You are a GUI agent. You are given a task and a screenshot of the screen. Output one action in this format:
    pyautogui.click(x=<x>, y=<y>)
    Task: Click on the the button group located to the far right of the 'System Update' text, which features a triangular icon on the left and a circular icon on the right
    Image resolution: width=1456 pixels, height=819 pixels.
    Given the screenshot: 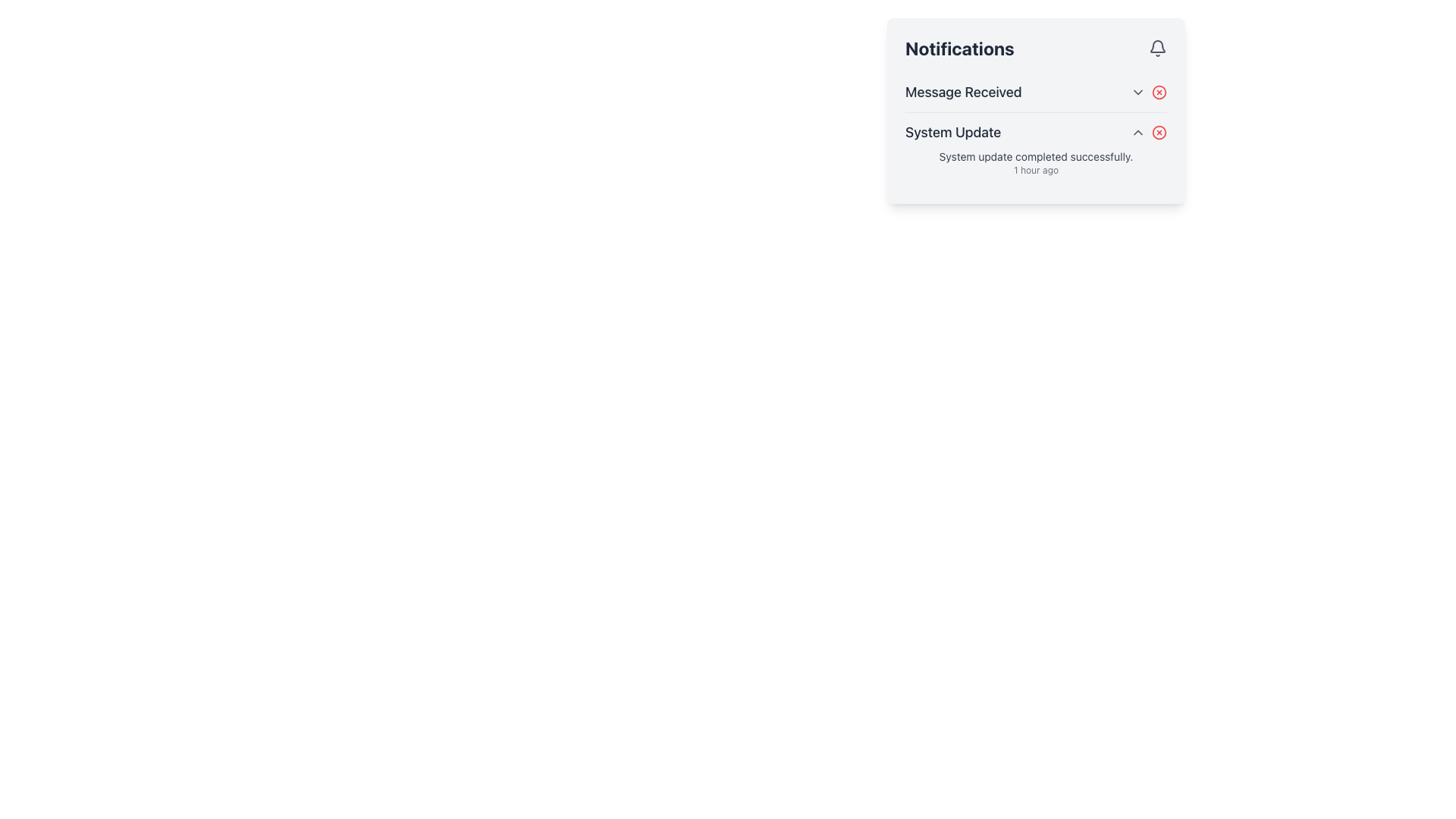 What is the action you would take?
    pyautogui.click(x=1149, y=131)
    